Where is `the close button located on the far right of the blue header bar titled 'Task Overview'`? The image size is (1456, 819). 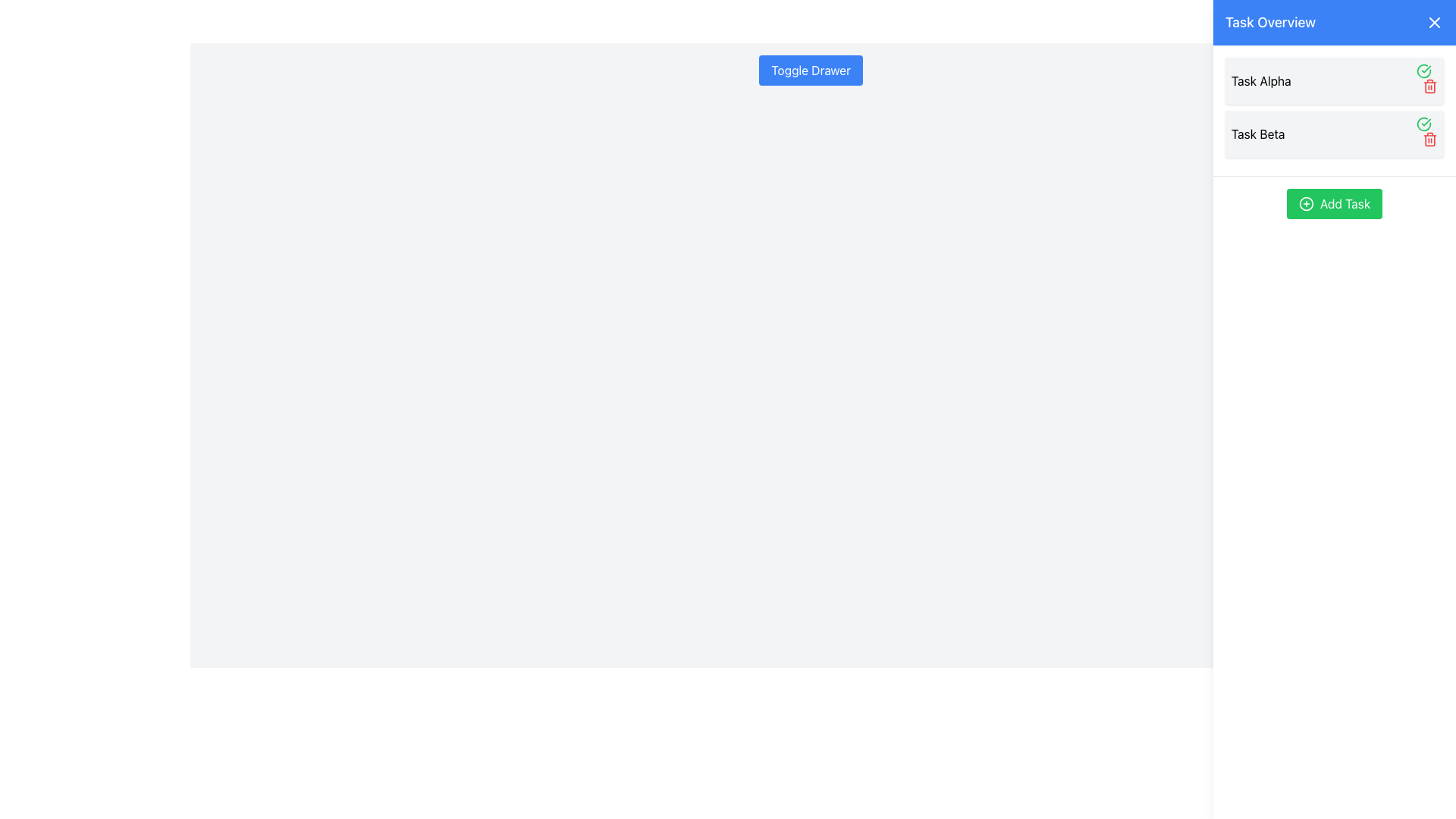 the close button located on the far right of the blue header bar titled 'Task Overview' is located at coordinates (1433, 23).